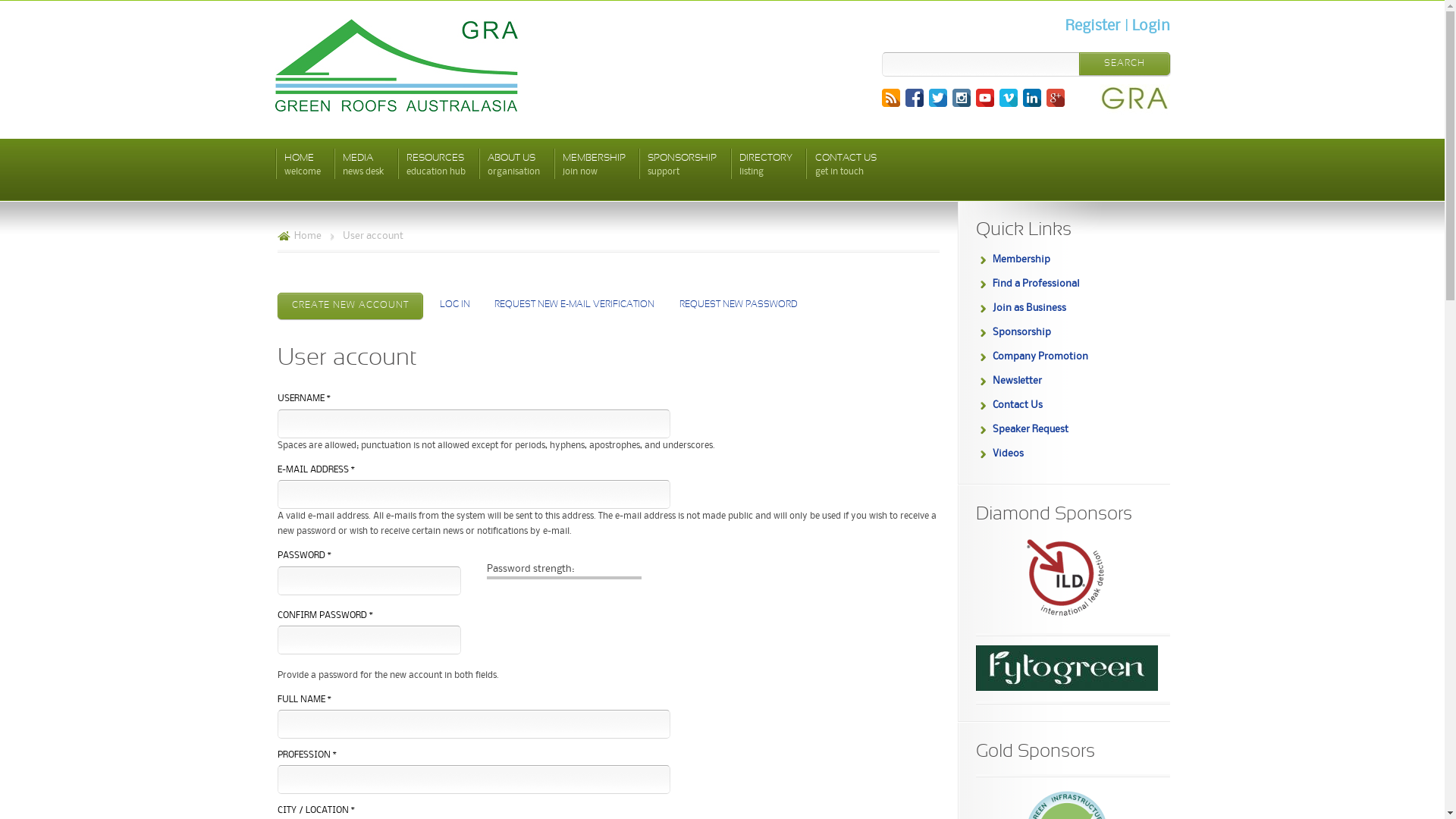 The width and height of the screenshot is (1456, 819). What do you see at coordinates (1057, 99) in the screenshot?
I see `'Google+'` at bounding box center [1057, 99].